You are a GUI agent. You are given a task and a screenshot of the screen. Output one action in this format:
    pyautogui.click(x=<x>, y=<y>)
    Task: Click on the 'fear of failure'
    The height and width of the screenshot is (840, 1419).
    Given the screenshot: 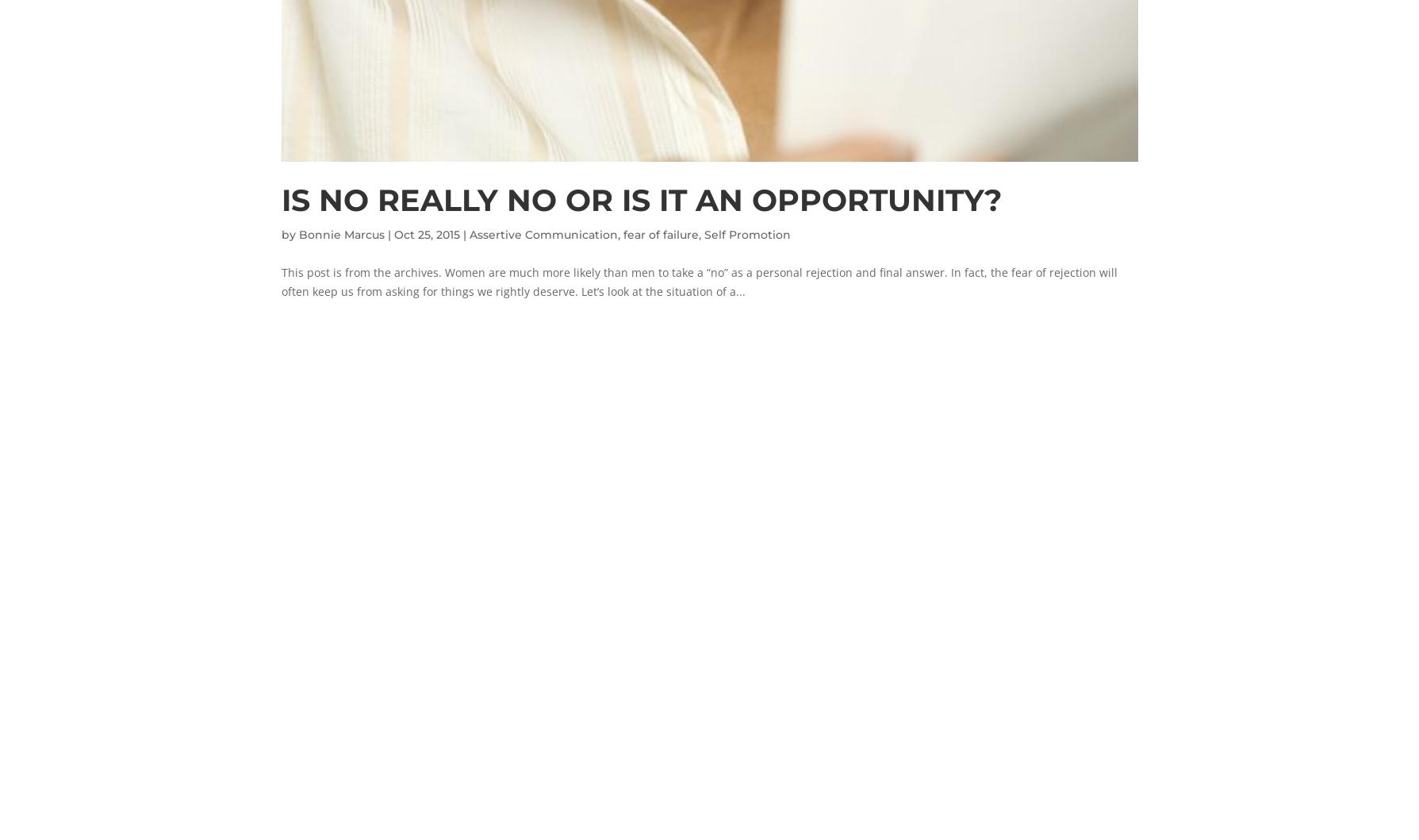 What is the action you would take?
    pyautogui.click(x=623, y=234)
    